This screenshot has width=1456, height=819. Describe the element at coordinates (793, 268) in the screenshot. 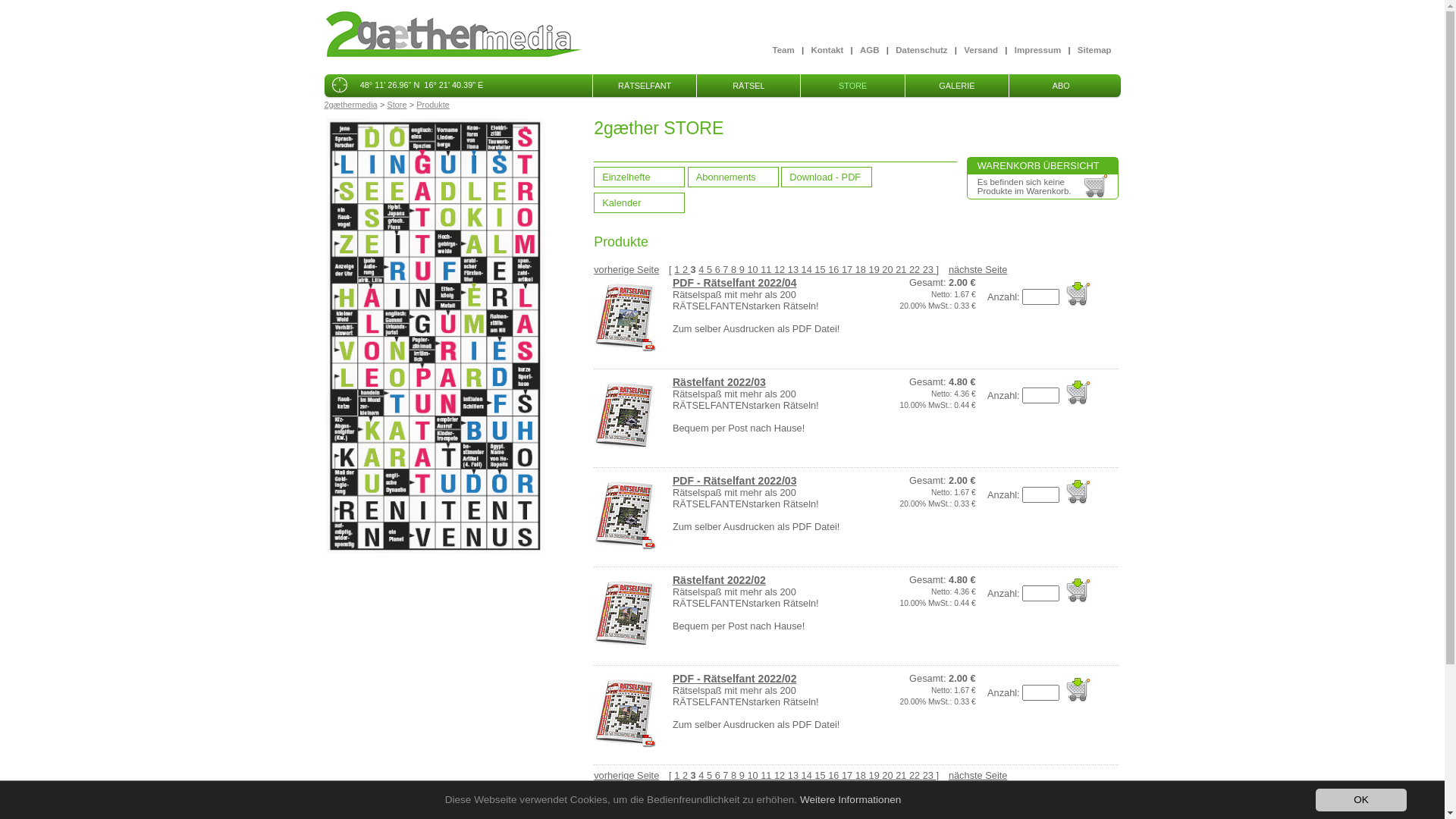

I see `'13'` at that location.